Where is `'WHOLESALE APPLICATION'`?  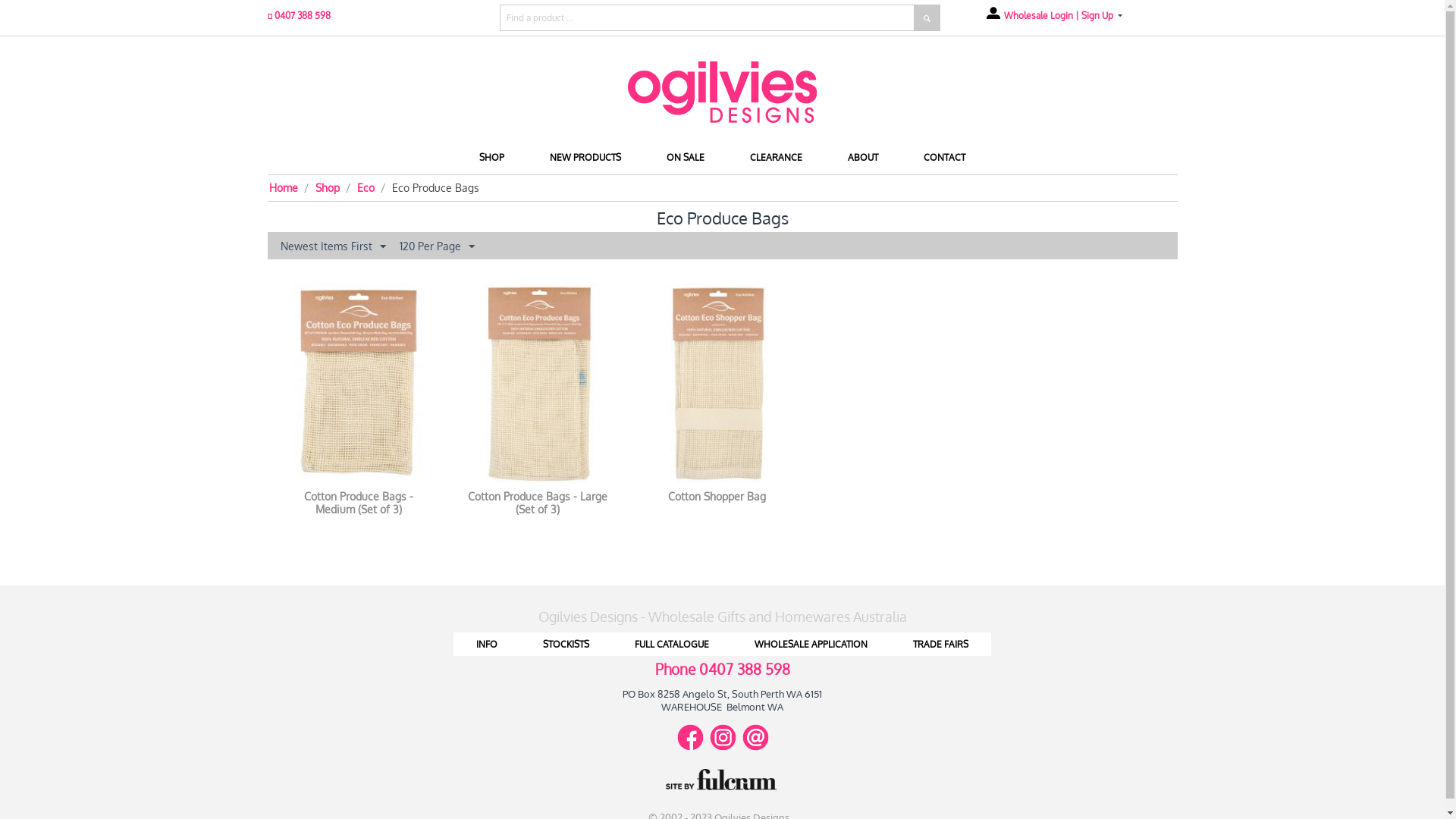
'WHOLESALE APPLICATION' is located at coordinates (810, 644).